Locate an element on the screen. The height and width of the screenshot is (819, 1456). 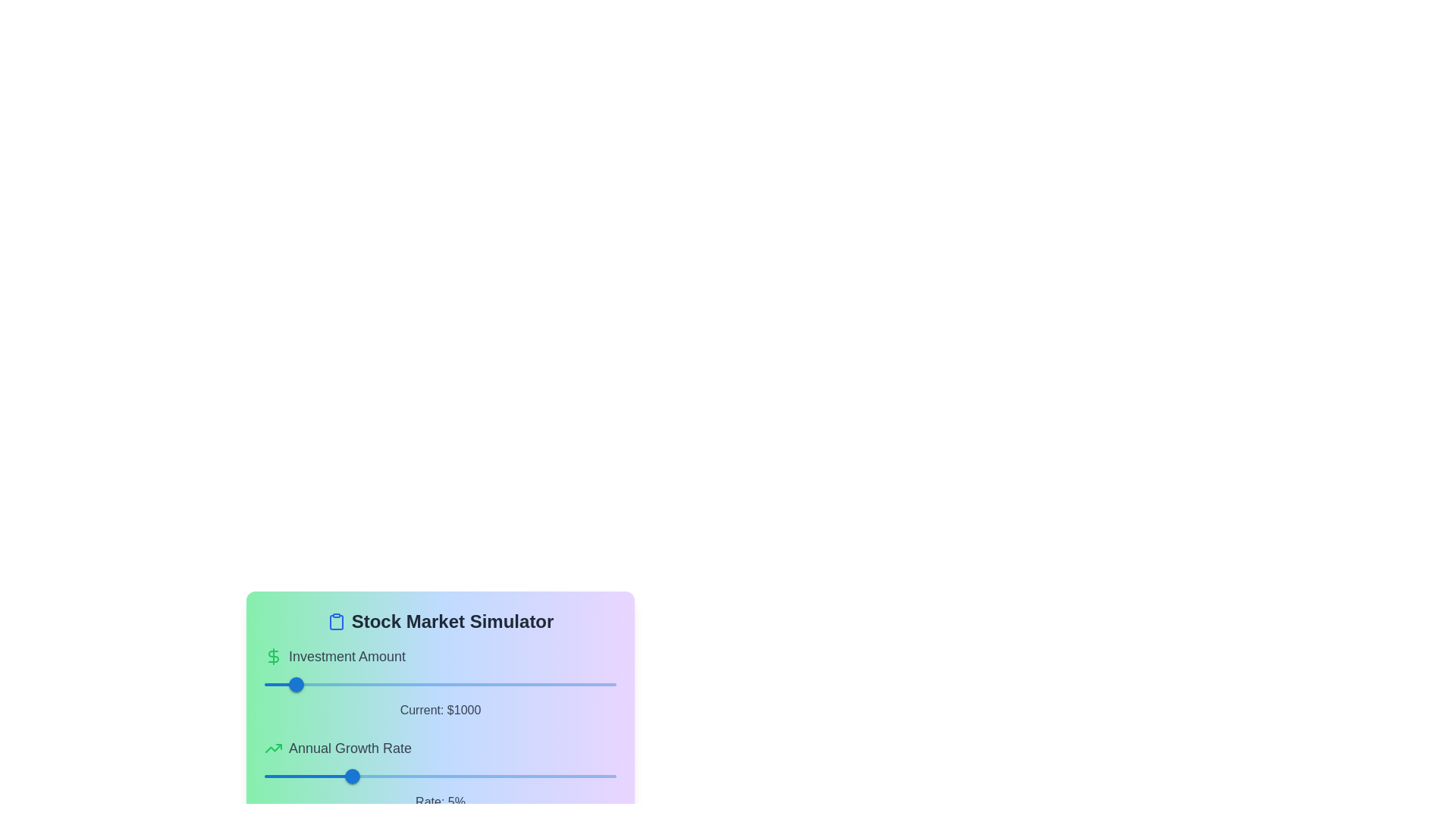
the annual growth rate is located at coordinates (598, 776).